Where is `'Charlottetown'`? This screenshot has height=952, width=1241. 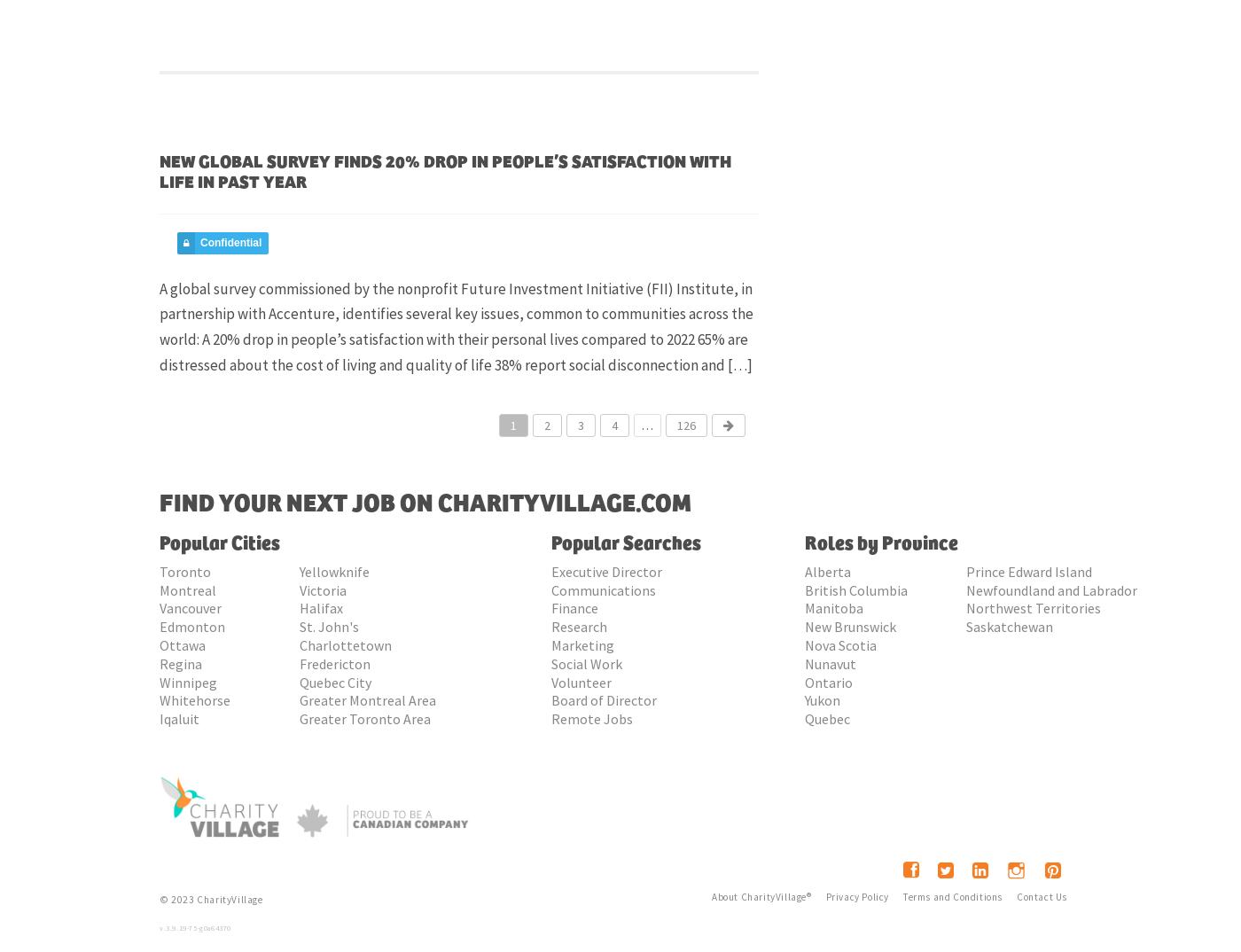
'Charlottetown' is located at coordinates (299, 644).